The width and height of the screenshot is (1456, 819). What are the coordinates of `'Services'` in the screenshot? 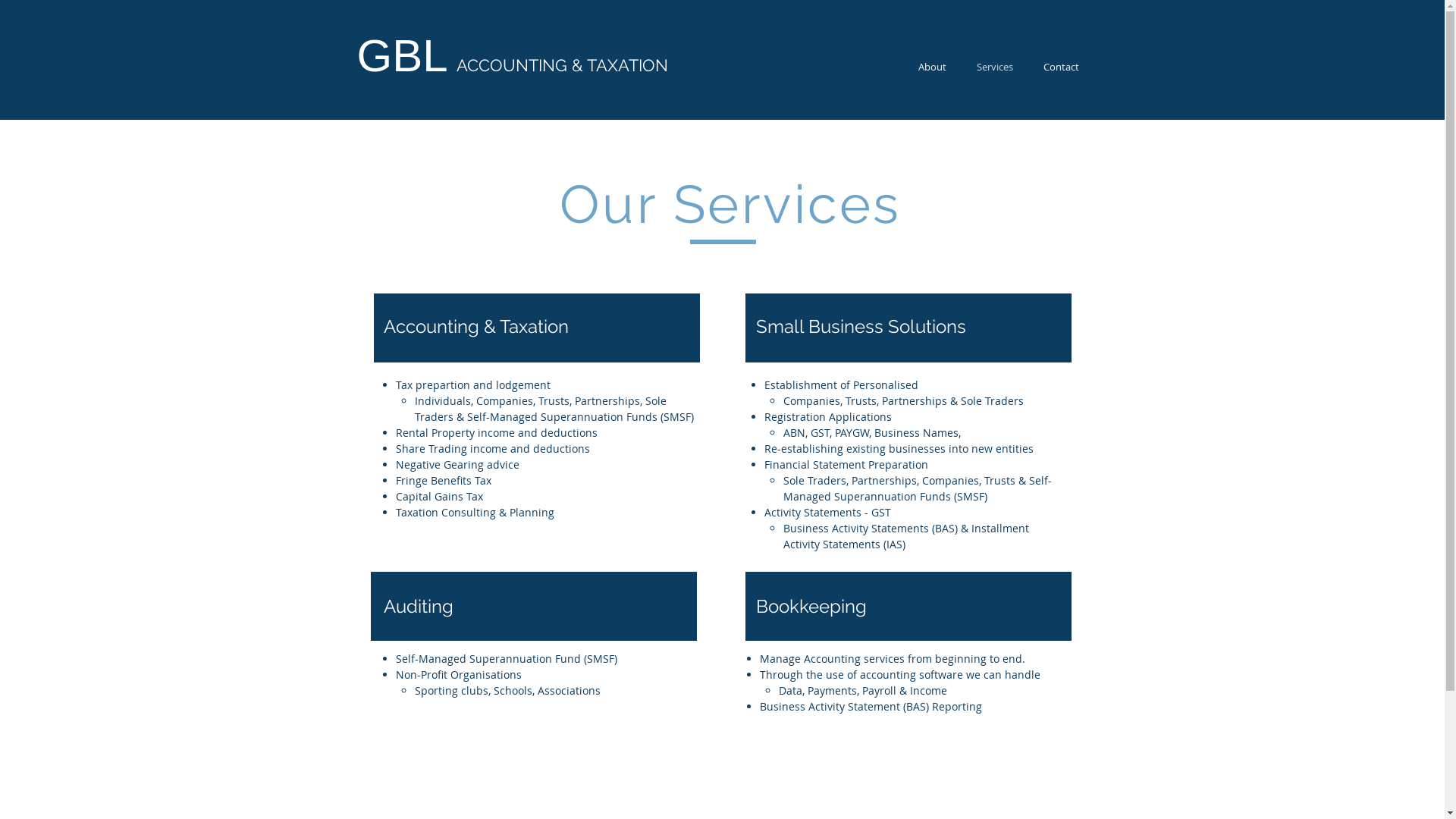 It's located at (960, 66).